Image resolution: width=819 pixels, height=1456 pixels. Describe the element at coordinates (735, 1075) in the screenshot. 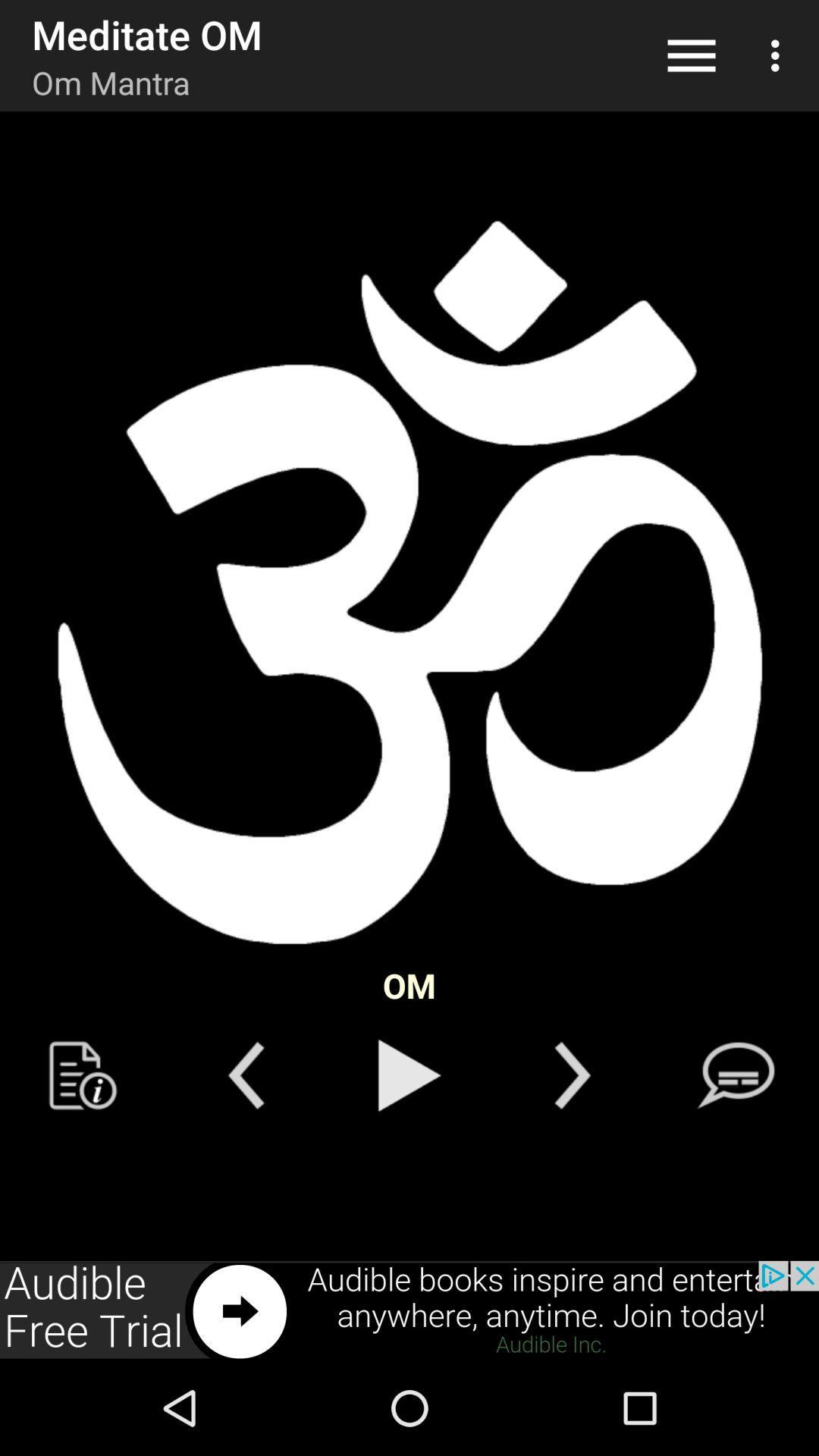

I see `message` at that location.